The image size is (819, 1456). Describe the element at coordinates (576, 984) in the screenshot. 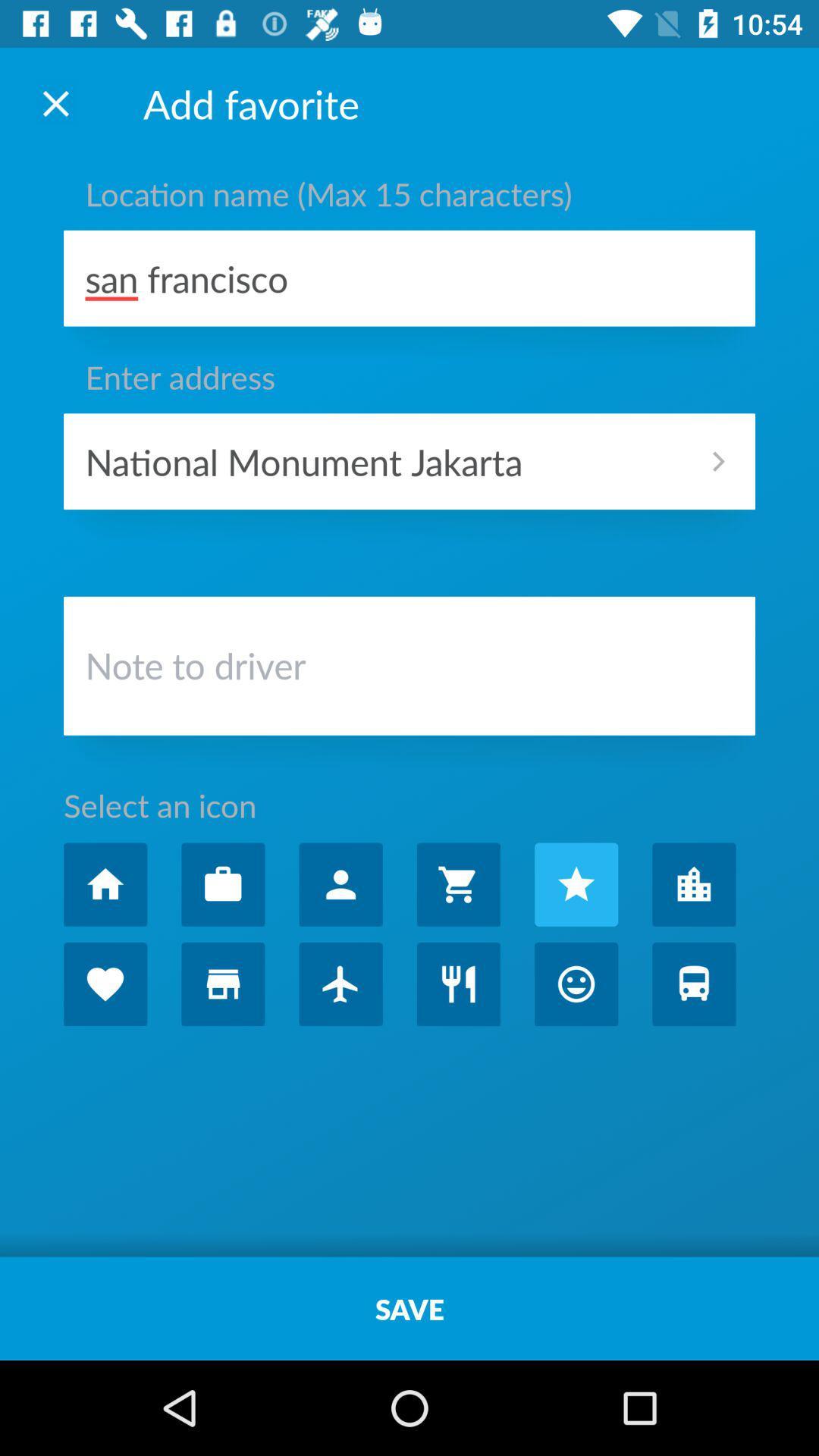

I see `smiley face` at that location.